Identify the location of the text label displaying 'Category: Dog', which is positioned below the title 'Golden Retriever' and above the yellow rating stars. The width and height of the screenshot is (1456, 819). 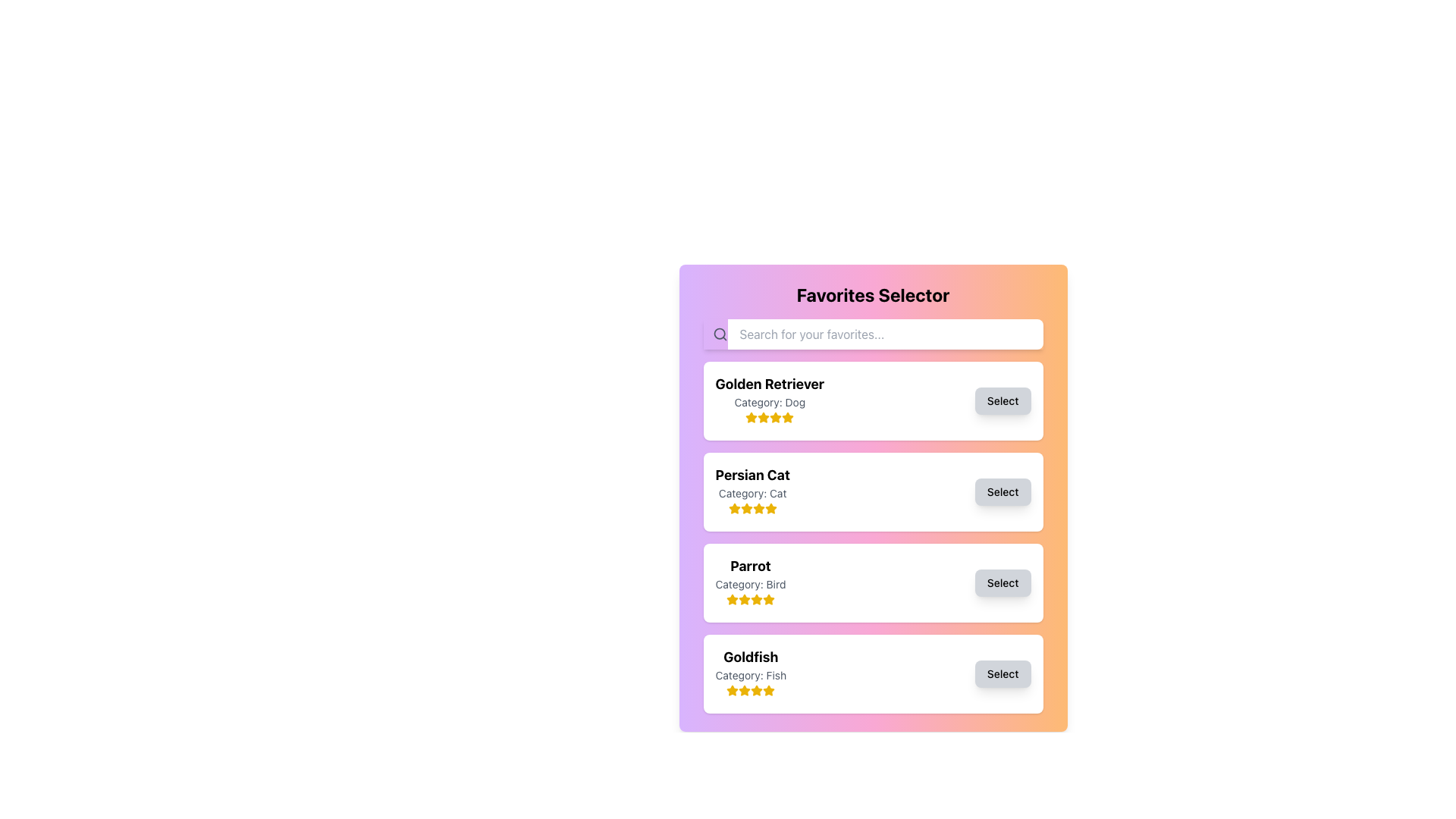
(770, 402).